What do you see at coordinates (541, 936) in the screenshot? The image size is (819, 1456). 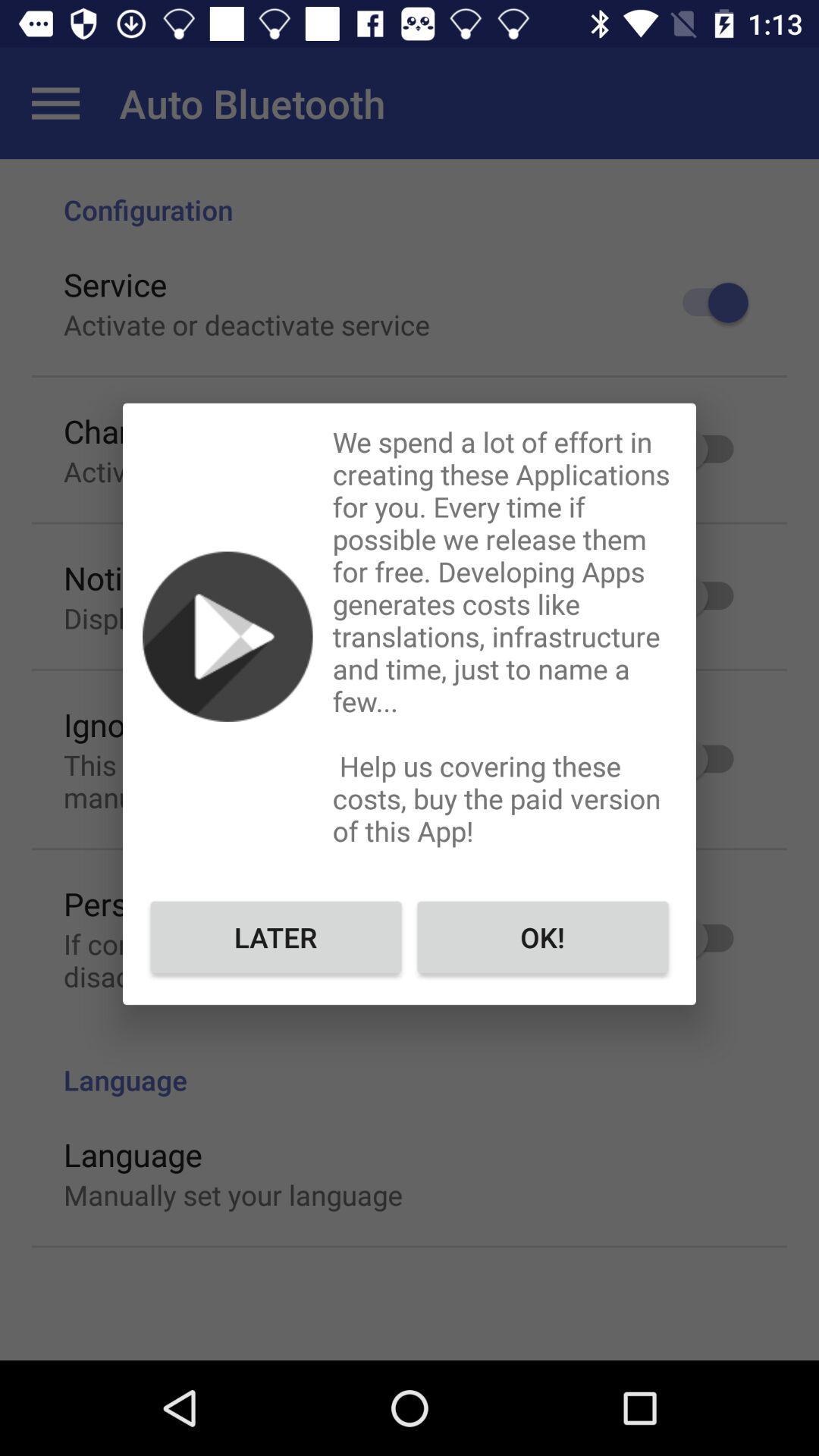 I see `the ok! item` at bounding box center [541, 936].